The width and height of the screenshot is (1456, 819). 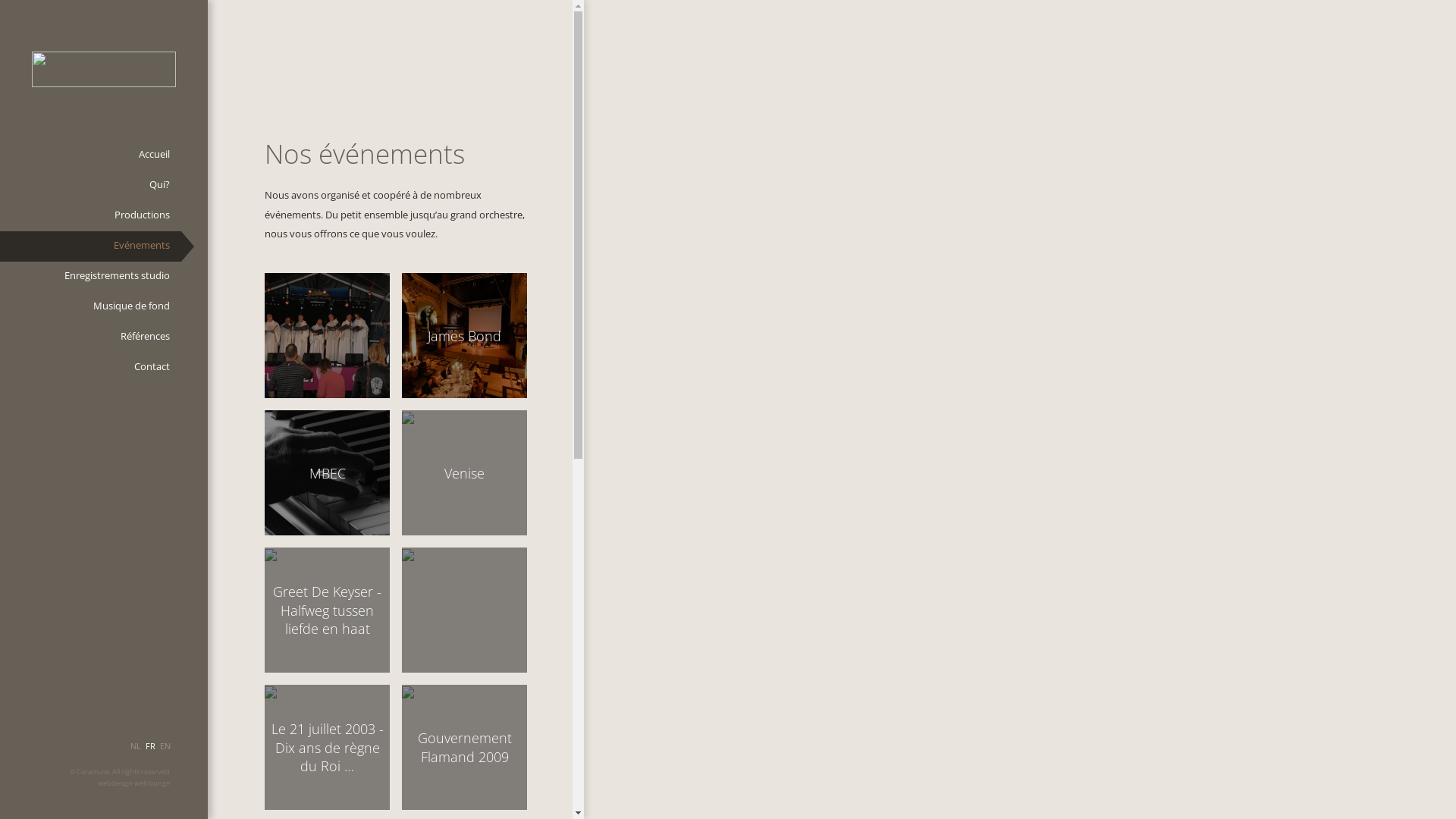 I want to click on 'MBEC', so click(x=326, y=472).